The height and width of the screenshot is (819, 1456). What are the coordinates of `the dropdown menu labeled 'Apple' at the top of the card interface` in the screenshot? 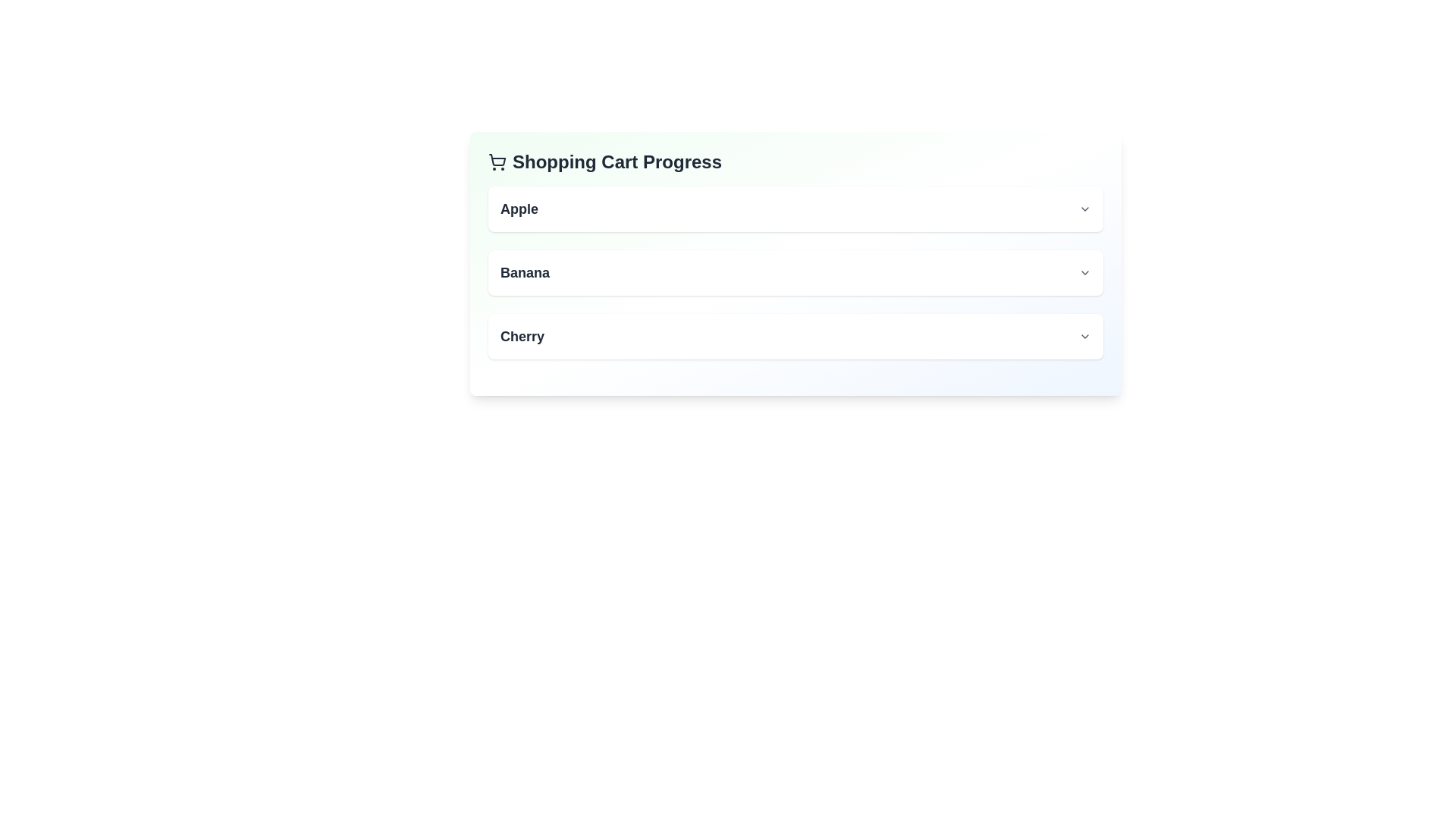 It's located at (795, 209).